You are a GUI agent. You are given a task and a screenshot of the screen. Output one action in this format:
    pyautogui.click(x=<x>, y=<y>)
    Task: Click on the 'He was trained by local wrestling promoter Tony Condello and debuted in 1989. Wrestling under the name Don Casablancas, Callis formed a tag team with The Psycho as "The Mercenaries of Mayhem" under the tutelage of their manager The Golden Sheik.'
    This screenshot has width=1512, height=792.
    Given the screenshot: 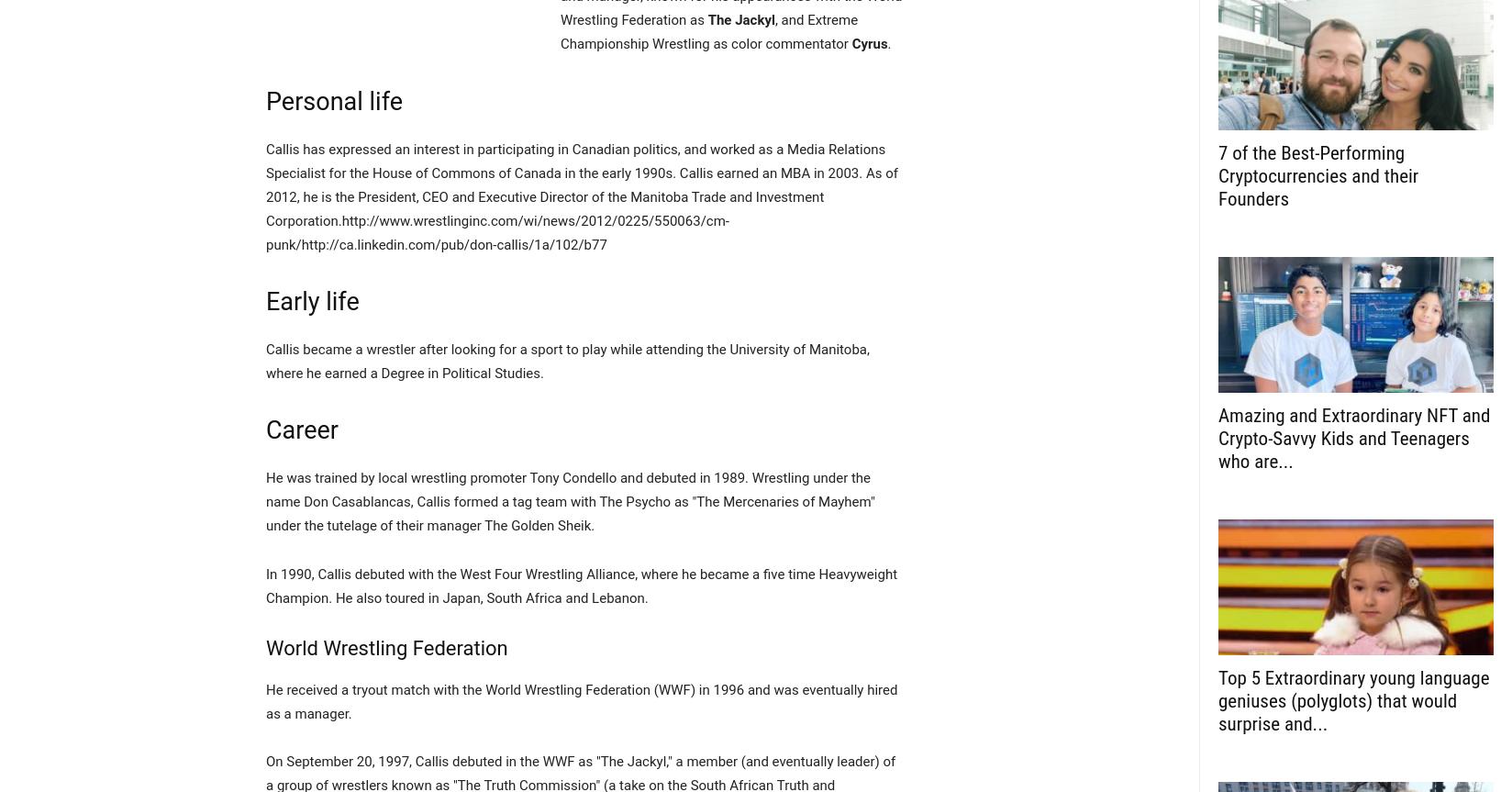 What is the action you would take?
    pyautogui.click(x=569, y=501)
    